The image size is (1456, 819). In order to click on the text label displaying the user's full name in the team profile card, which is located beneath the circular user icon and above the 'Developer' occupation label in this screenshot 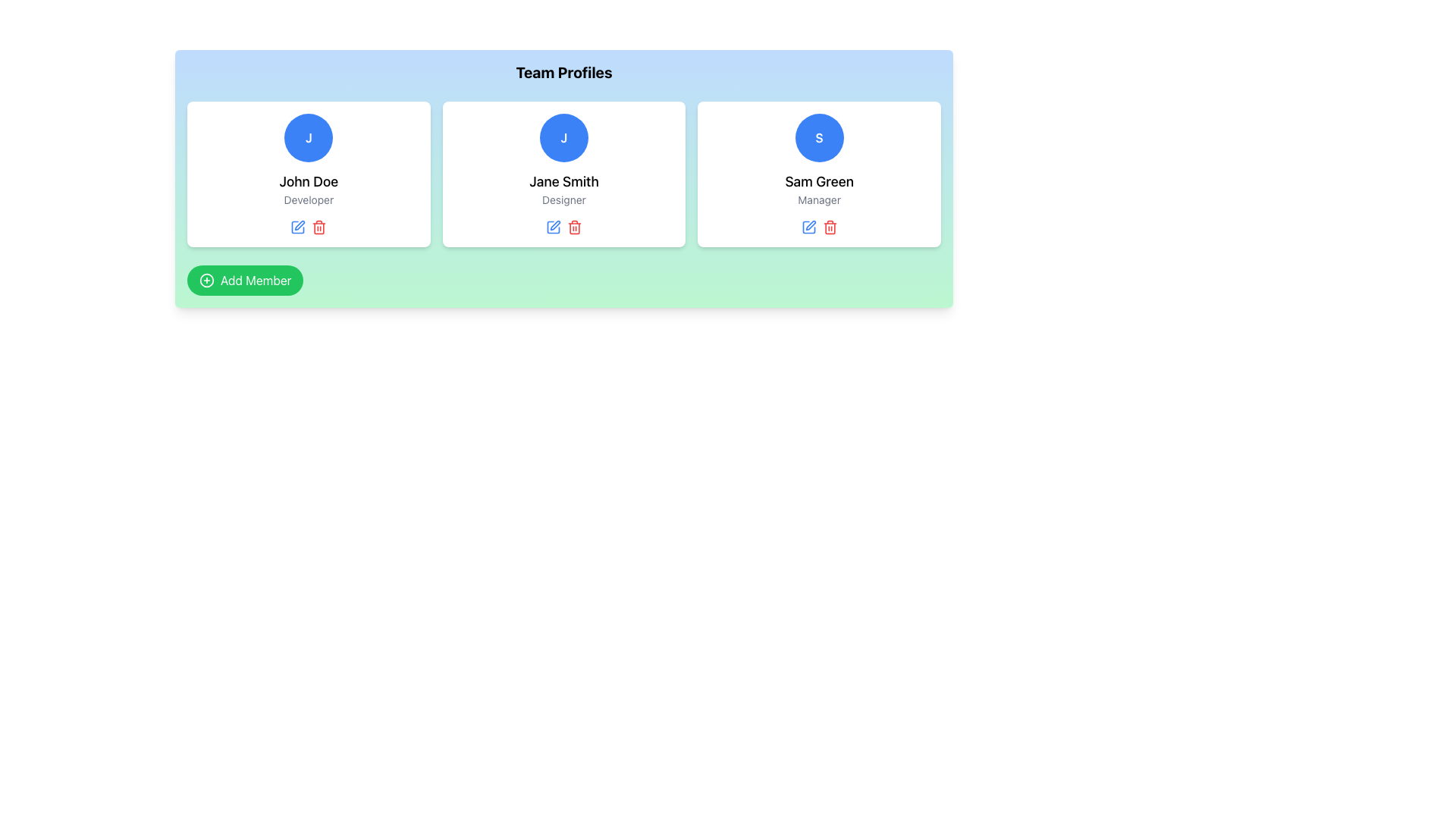, I will do `click(308, 180)`.